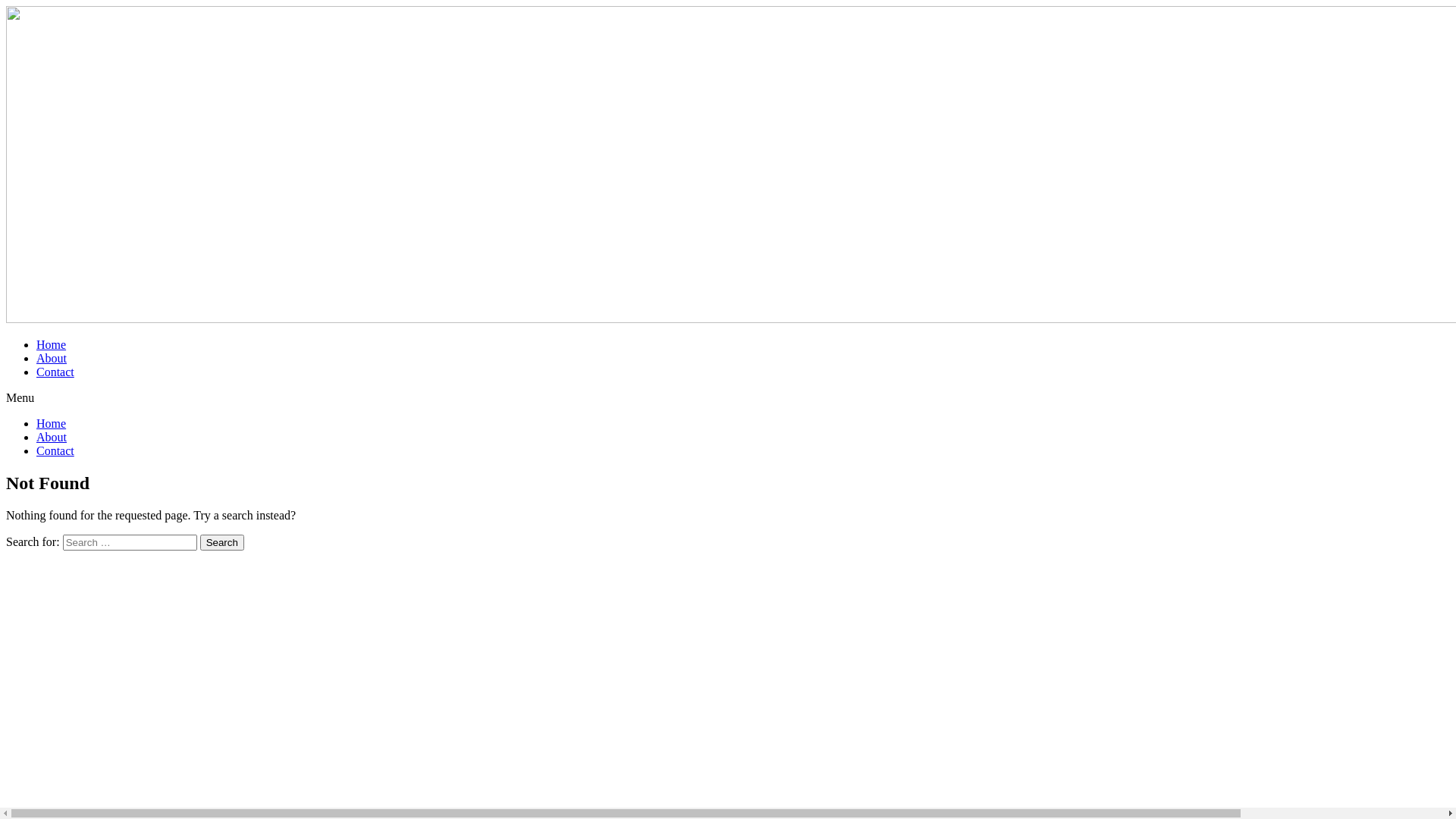 The image size is (1456, 819). What do you see at coordinates (36, 358) in the screenshot?
I see `'About'` at bounding box center [36, 358].